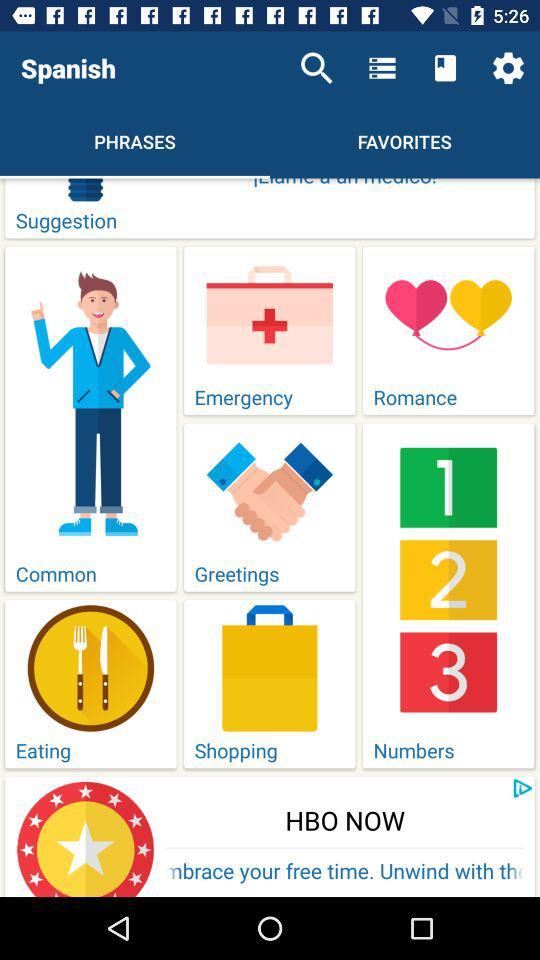 This screenshot has width=540, height=960. I want to click on the icon above favorites, so click(445, 68).